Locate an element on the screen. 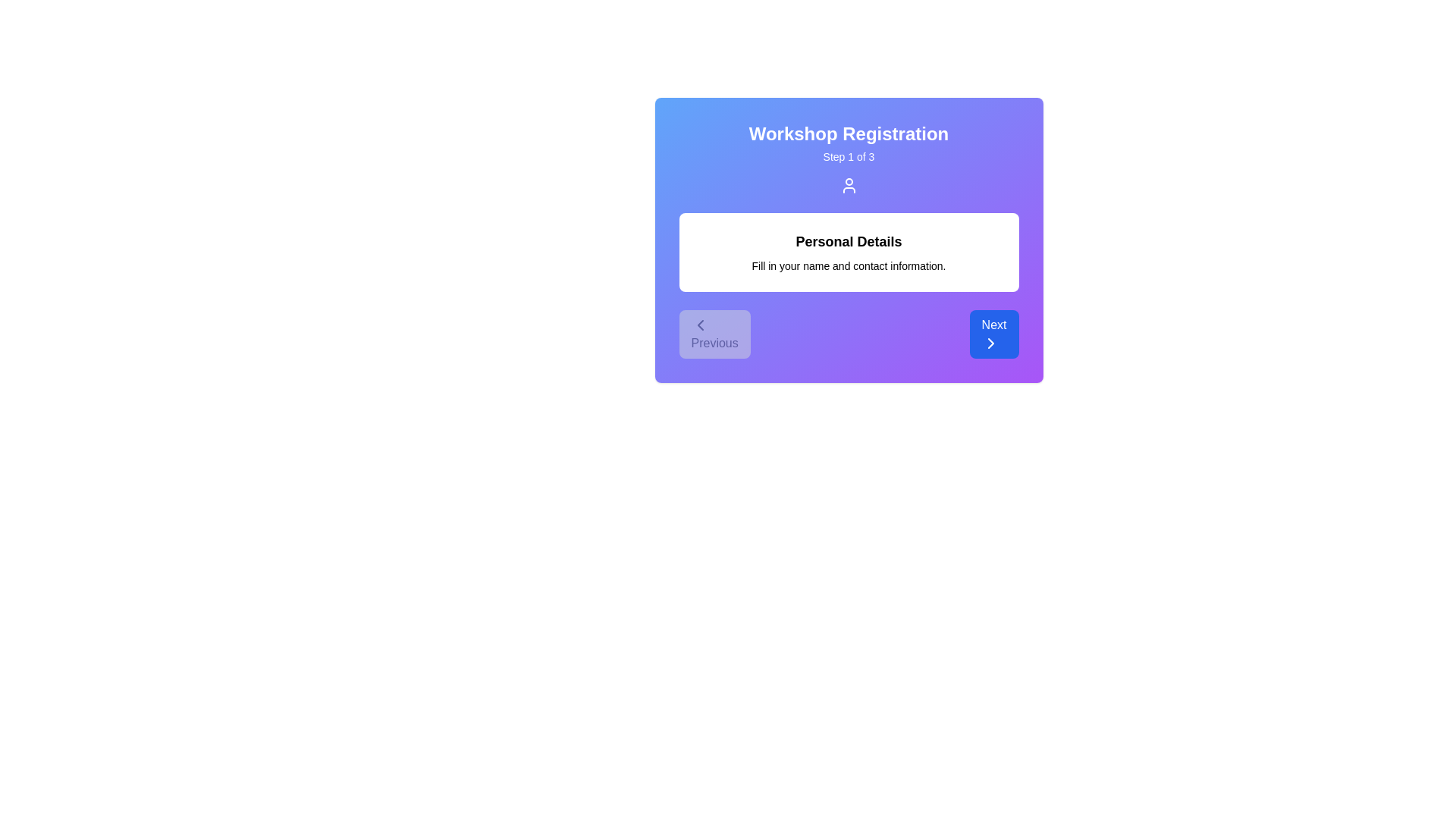 Image resolution: width=1456 pixels, height=819 pixels. the icon located at the center-right of the 'Next' button, which indicates moving to the next step or page is located at coordinates (990, 343).